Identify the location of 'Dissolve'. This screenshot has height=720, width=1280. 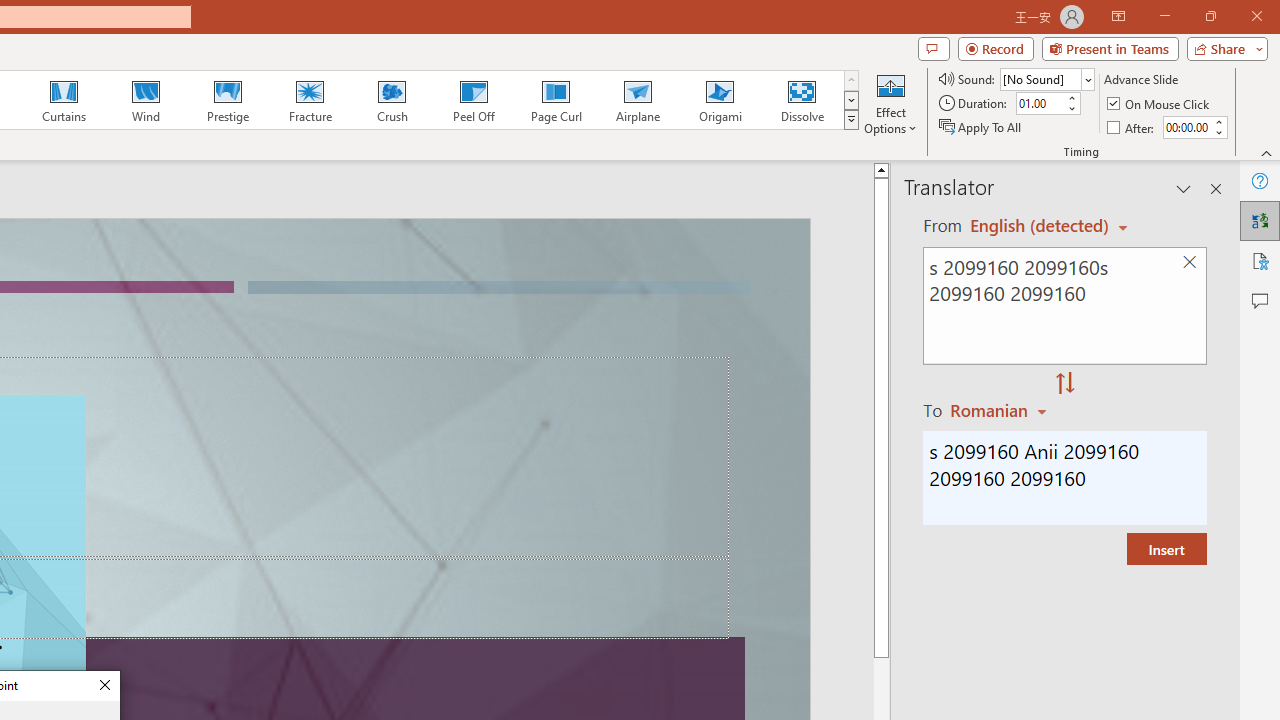
(802, 100).